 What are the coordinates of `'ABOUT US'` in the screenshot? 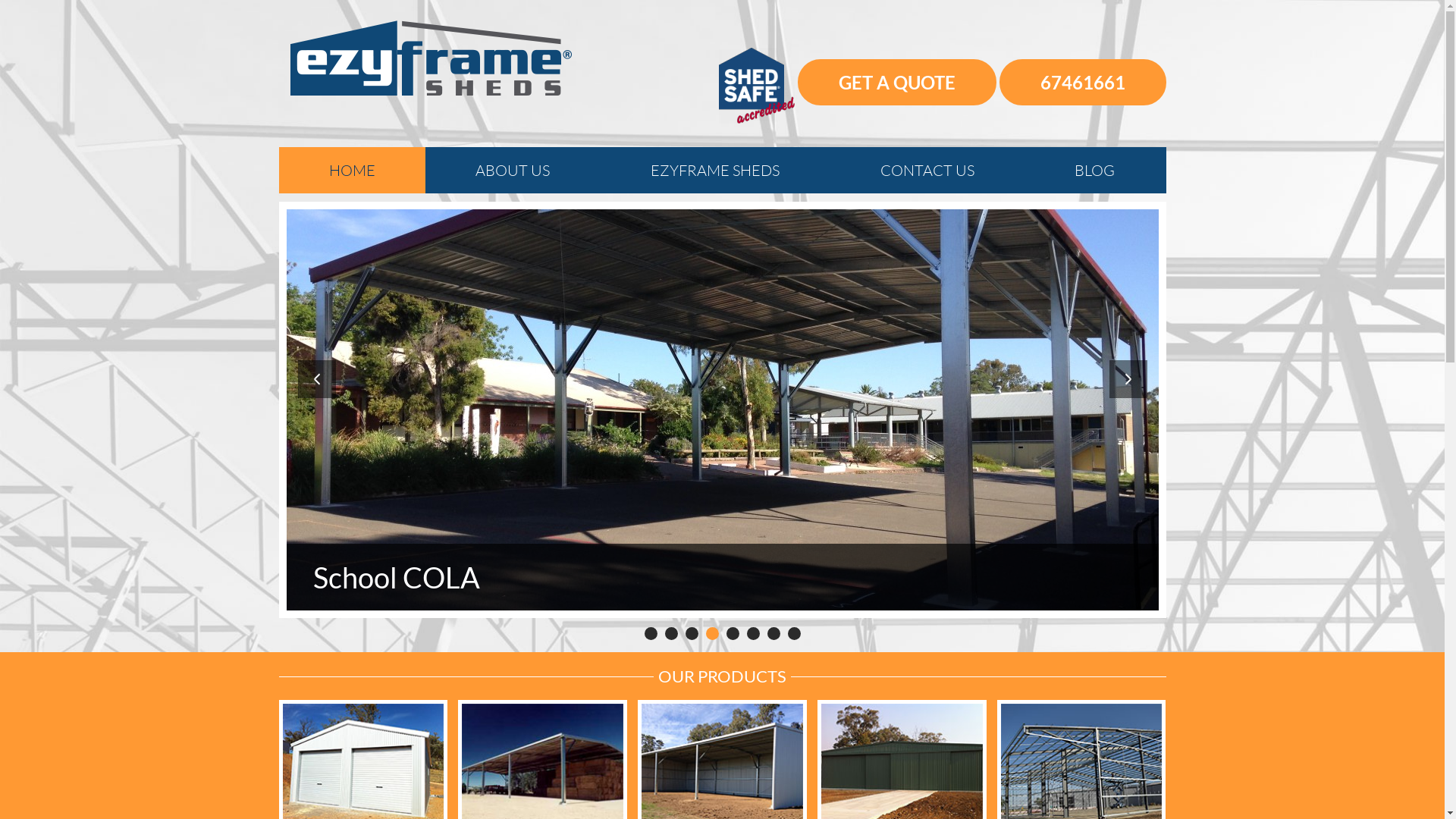 It's located at (513, 170).